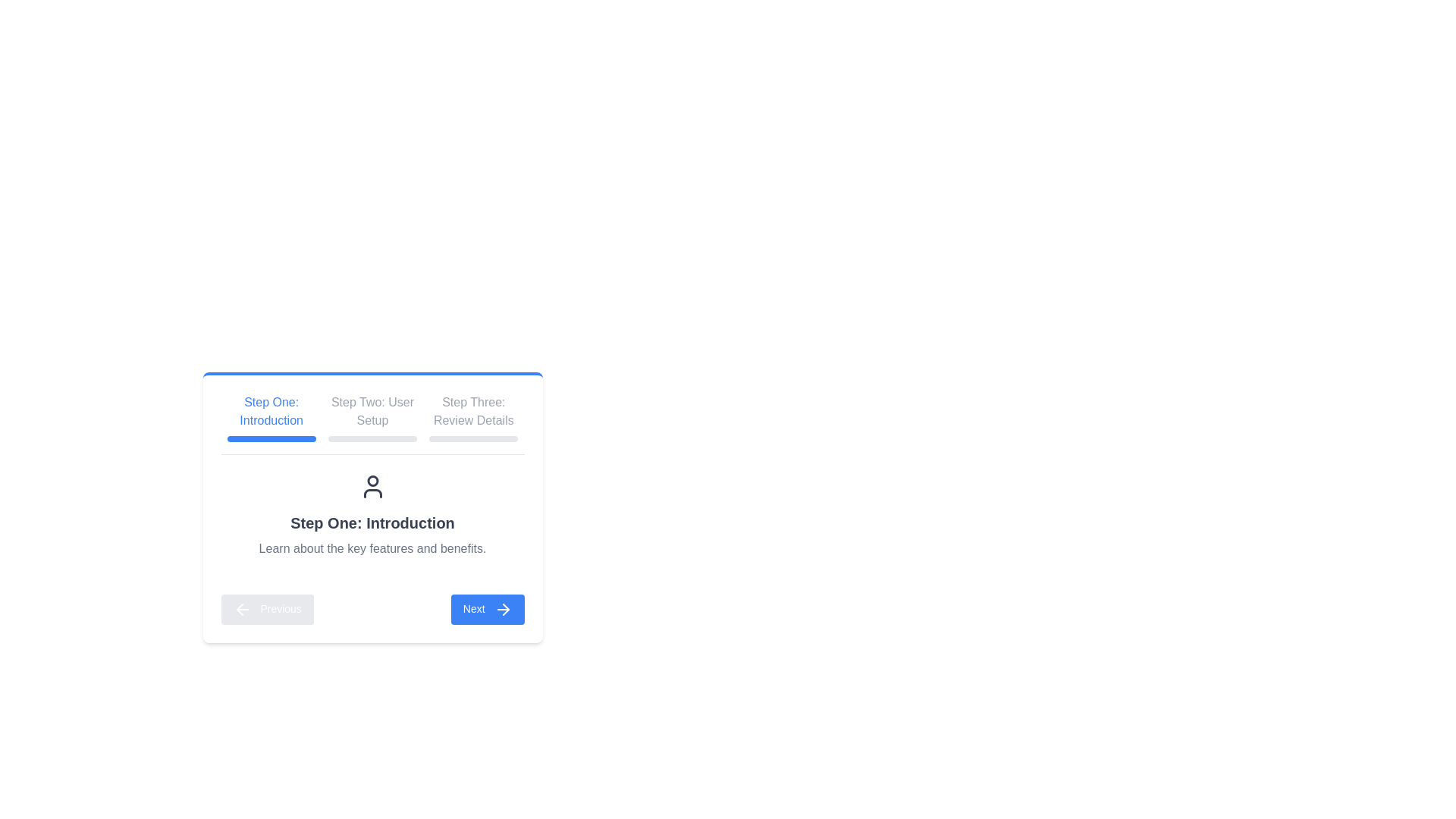 The height and width of the screenshot is (819, 1456). What do you see at coordinates (472, 412) in the screenshot?
I see `the third step label in the horizontal progression indicator, which serves as a visual guide for users in a multi-step process` at bounding box center [472, 412].